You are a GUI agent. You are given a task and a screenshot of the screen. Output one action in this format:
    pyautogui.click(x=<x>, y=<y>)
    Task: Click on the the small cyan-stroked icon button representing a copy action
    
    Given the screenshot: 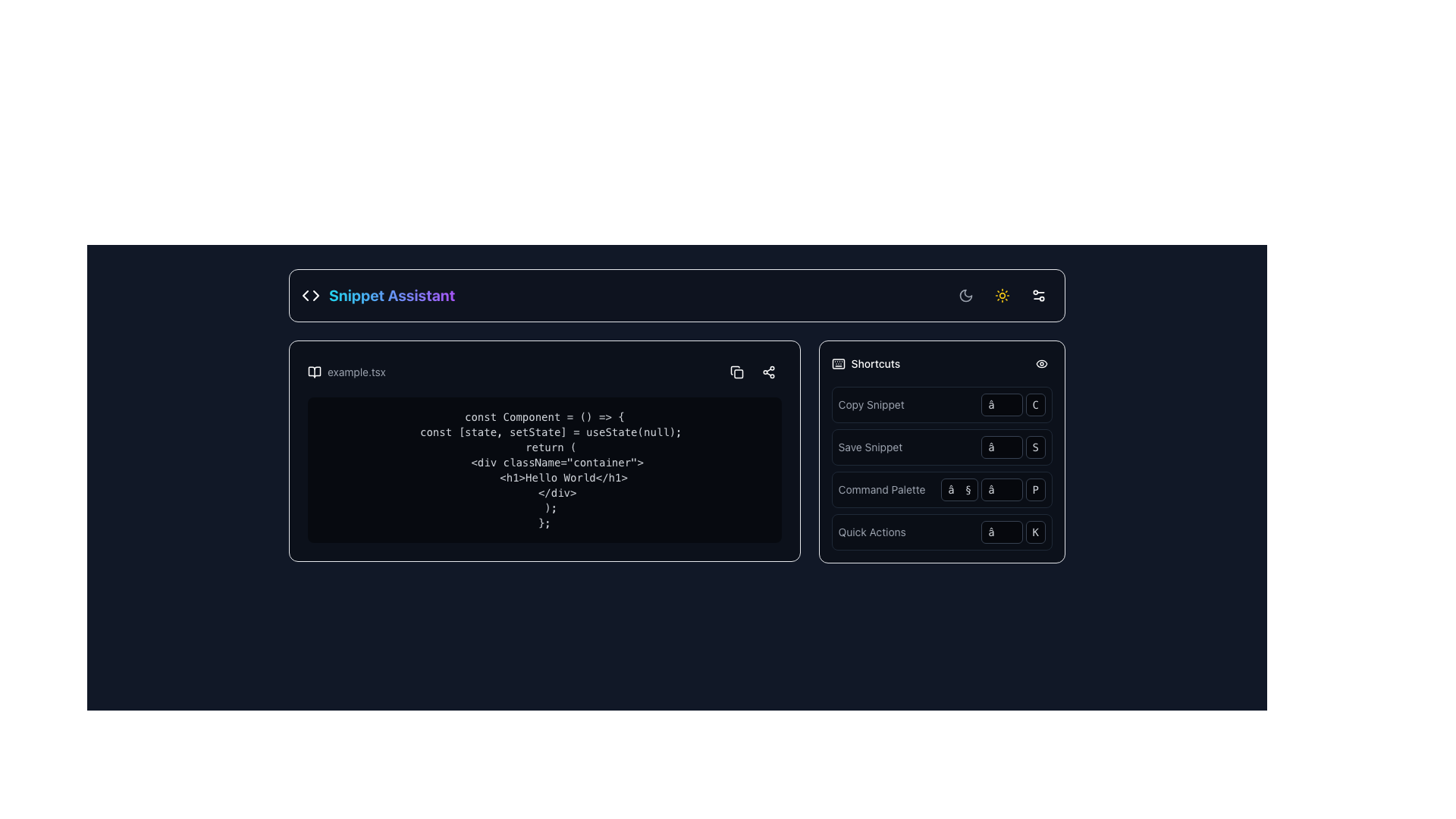 What is the action you would take?
    pyautogui.click(x=736, y=372)
    